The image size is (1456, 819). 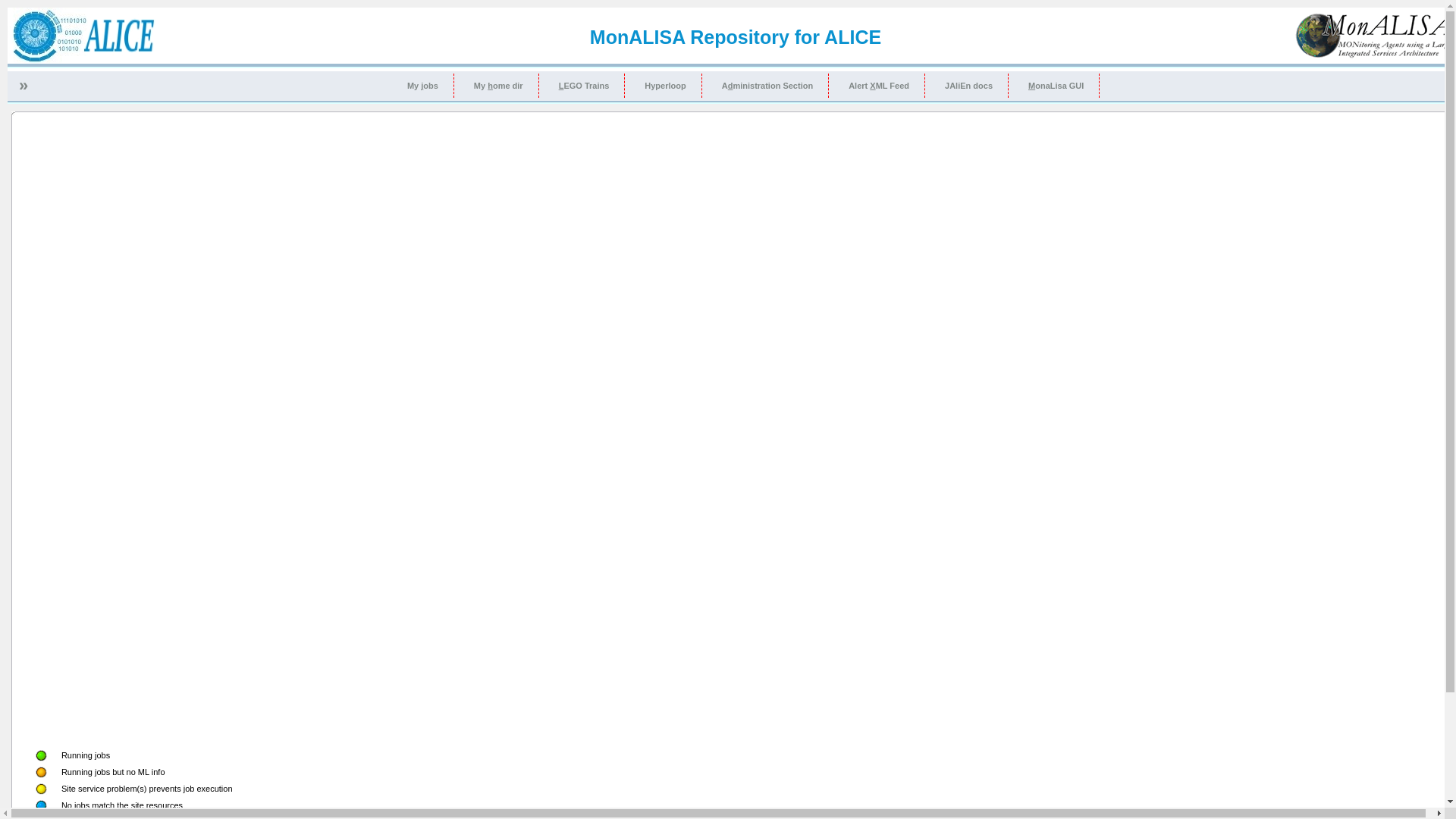 What do you see at coordinates (422, 85) in the screenshot?
I see `'My jobs'` at bounding box center [422, 85].